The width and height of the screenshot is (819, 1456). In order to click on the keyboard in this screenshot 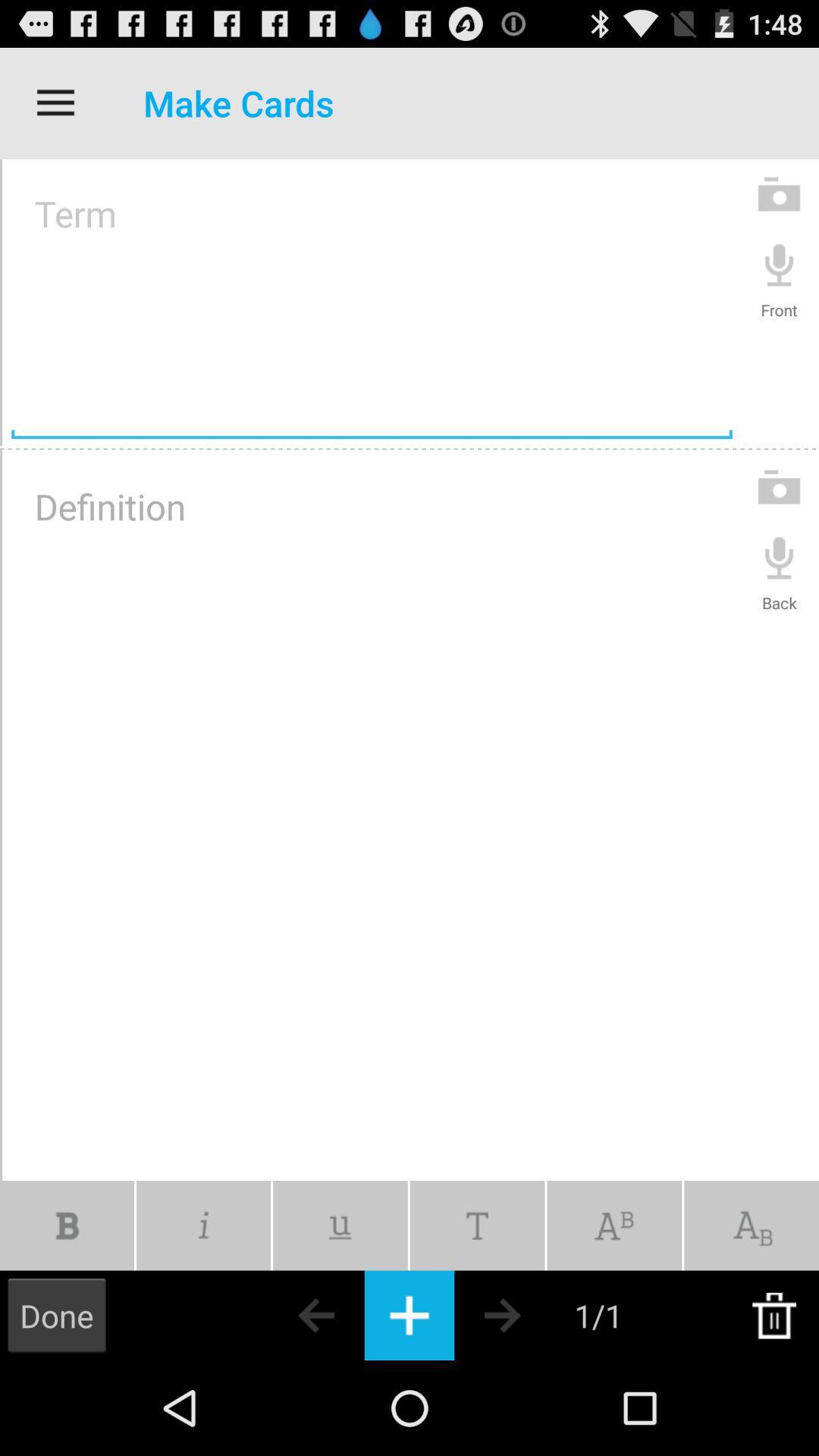, I will do `click(409, 1314)`.